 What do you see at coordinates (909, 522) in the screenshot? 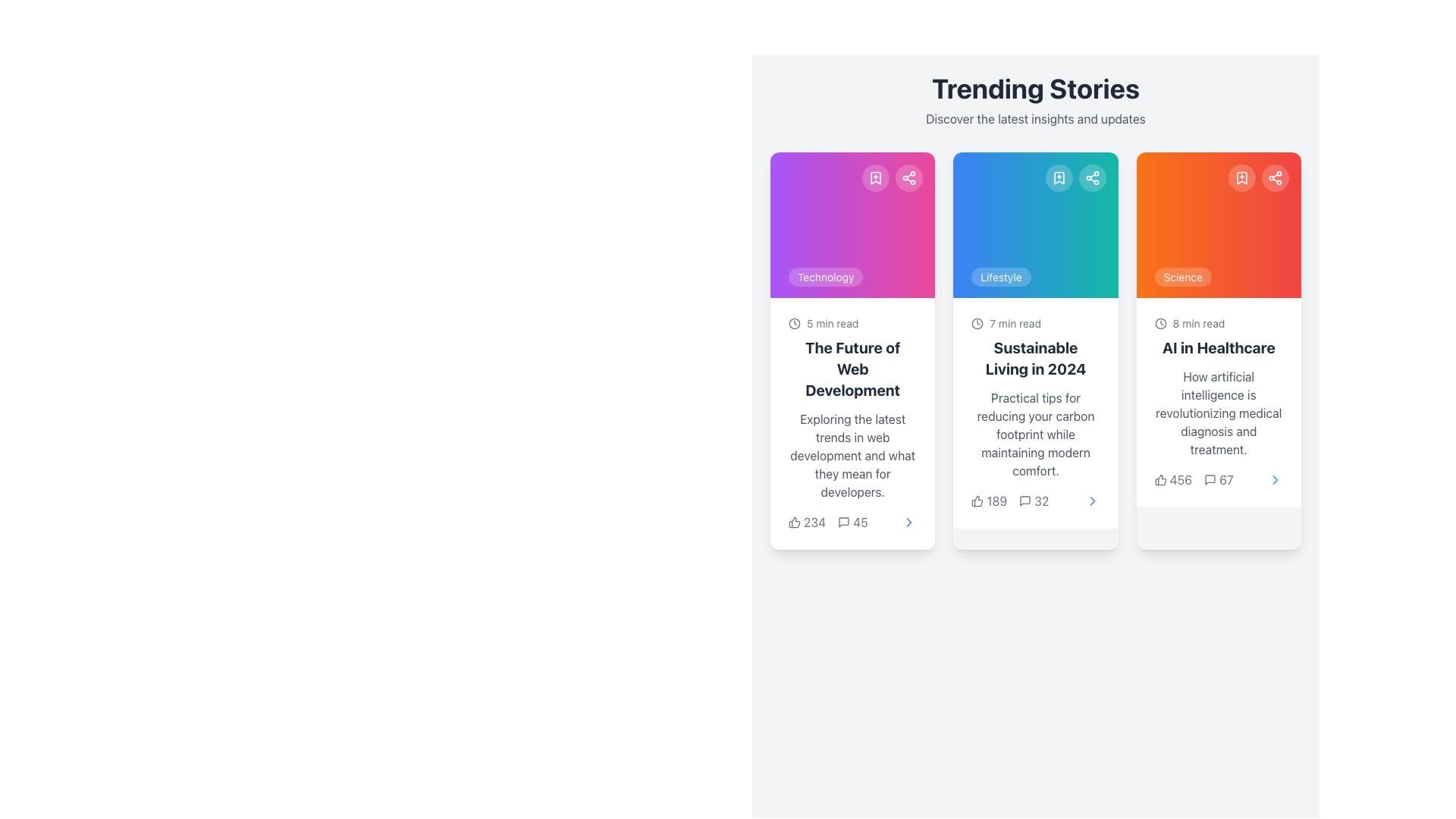
I see `the right-facing blue chevron icon located at the bottom-right corner of the card labeled 'The Future of Web Development'` at bounding box center [909, 522].